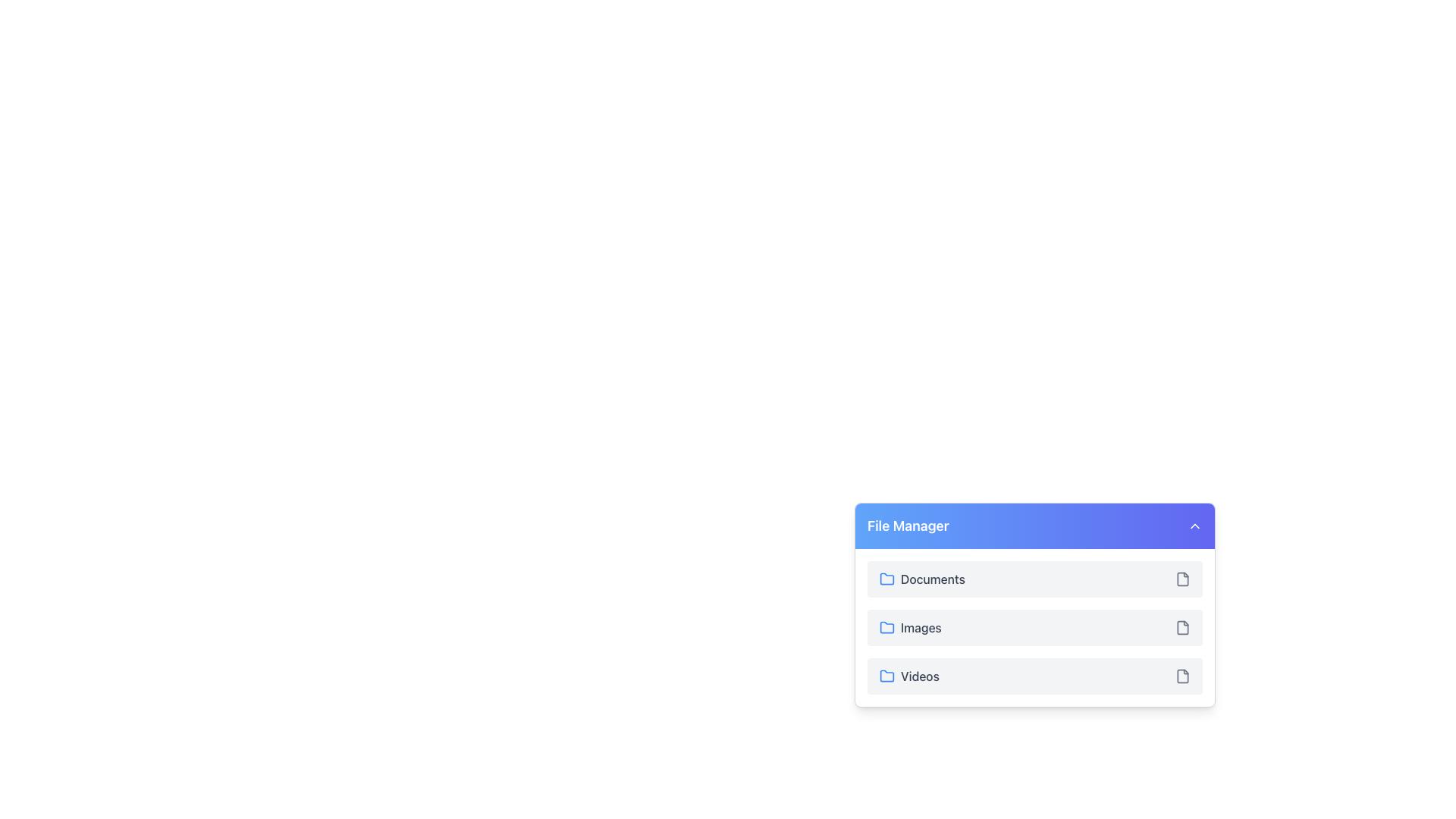  Describe the element at coordinates (887, 579) in the screenshot. I see `the blue outlined manila folder icon located next to the 'Documents' text in the file manager interface` at that location.